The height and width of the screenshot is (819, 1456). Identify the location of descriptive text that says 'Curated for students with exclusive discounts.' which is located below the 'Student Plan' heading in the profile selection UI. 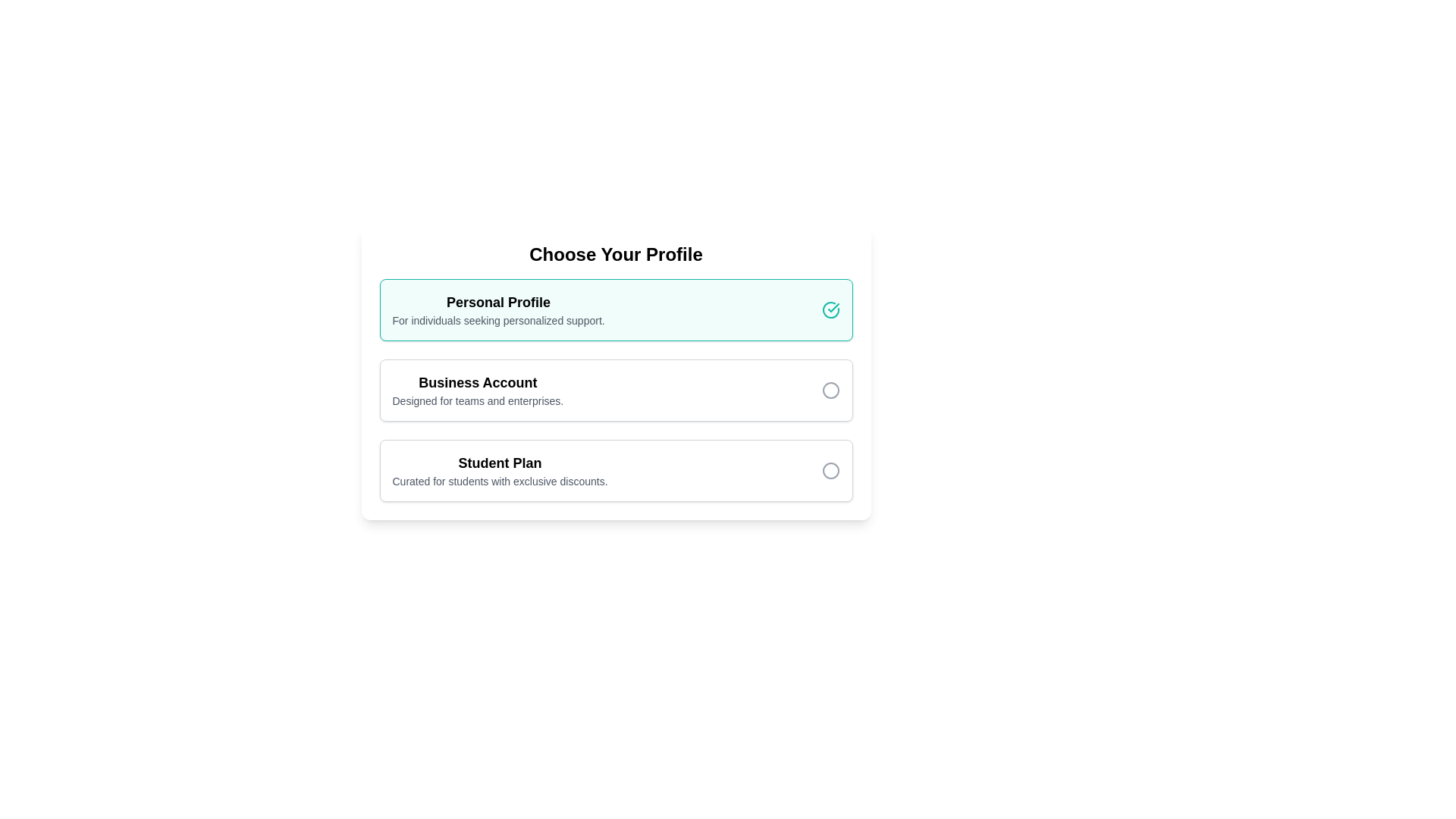
(500, 482).